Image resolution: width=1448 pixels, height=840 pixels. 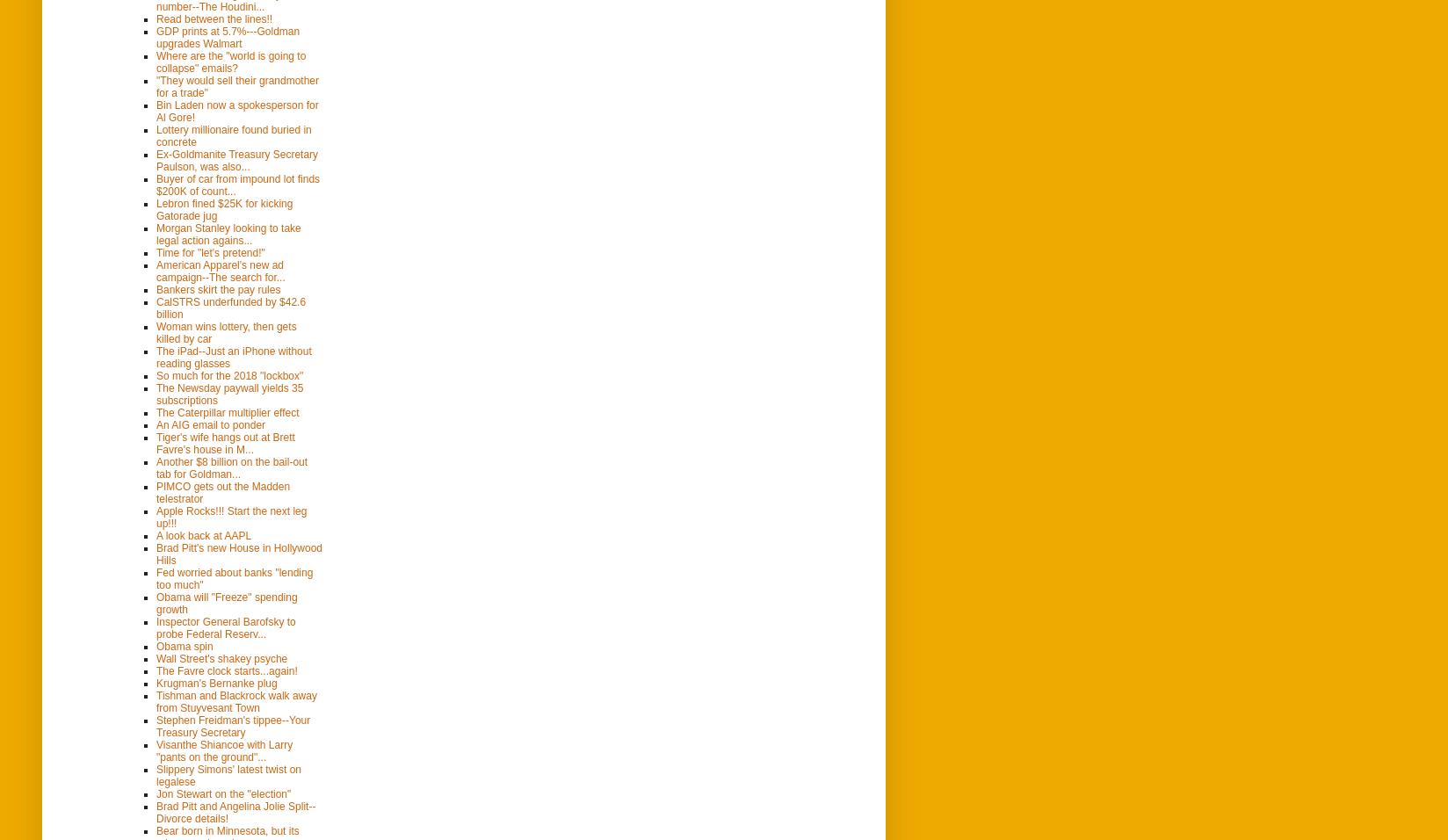 What do you see at coordinates (231, 467) in the screenshot?
I see `'Another $8 billion on the bail-out tab for Goldman...'` at bounding box center [231, 467].